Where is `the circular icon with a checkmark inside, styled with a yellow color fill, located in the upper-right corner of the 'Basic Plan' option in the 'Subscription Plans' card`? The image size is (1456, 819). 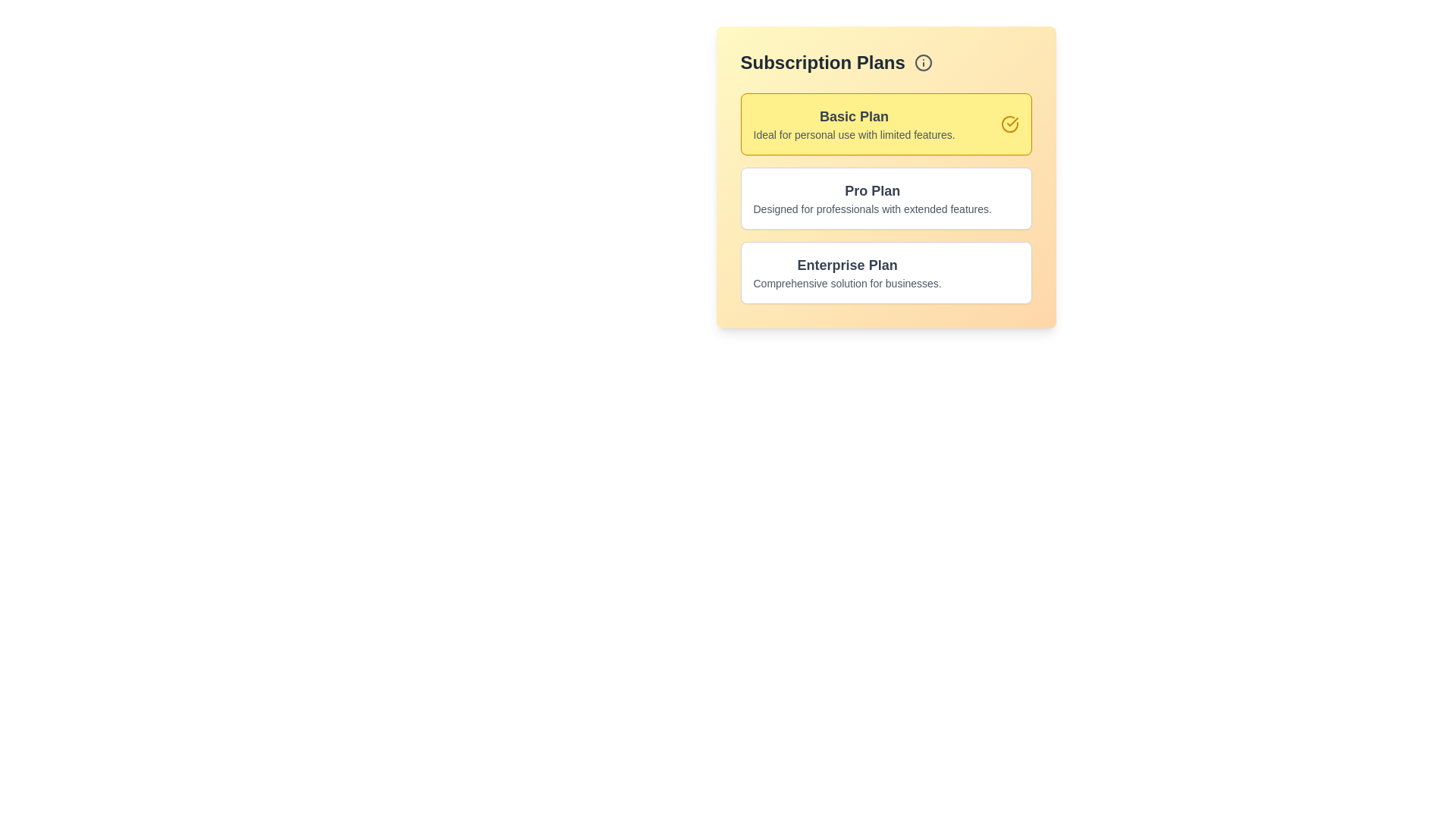 the circular icon with a checkmark inside, styled with a yellow color fill, located in the upper-right corner of the 'Basic Plan' option in the 'Subscription Plans' card is located at coordinates (1009, 124).